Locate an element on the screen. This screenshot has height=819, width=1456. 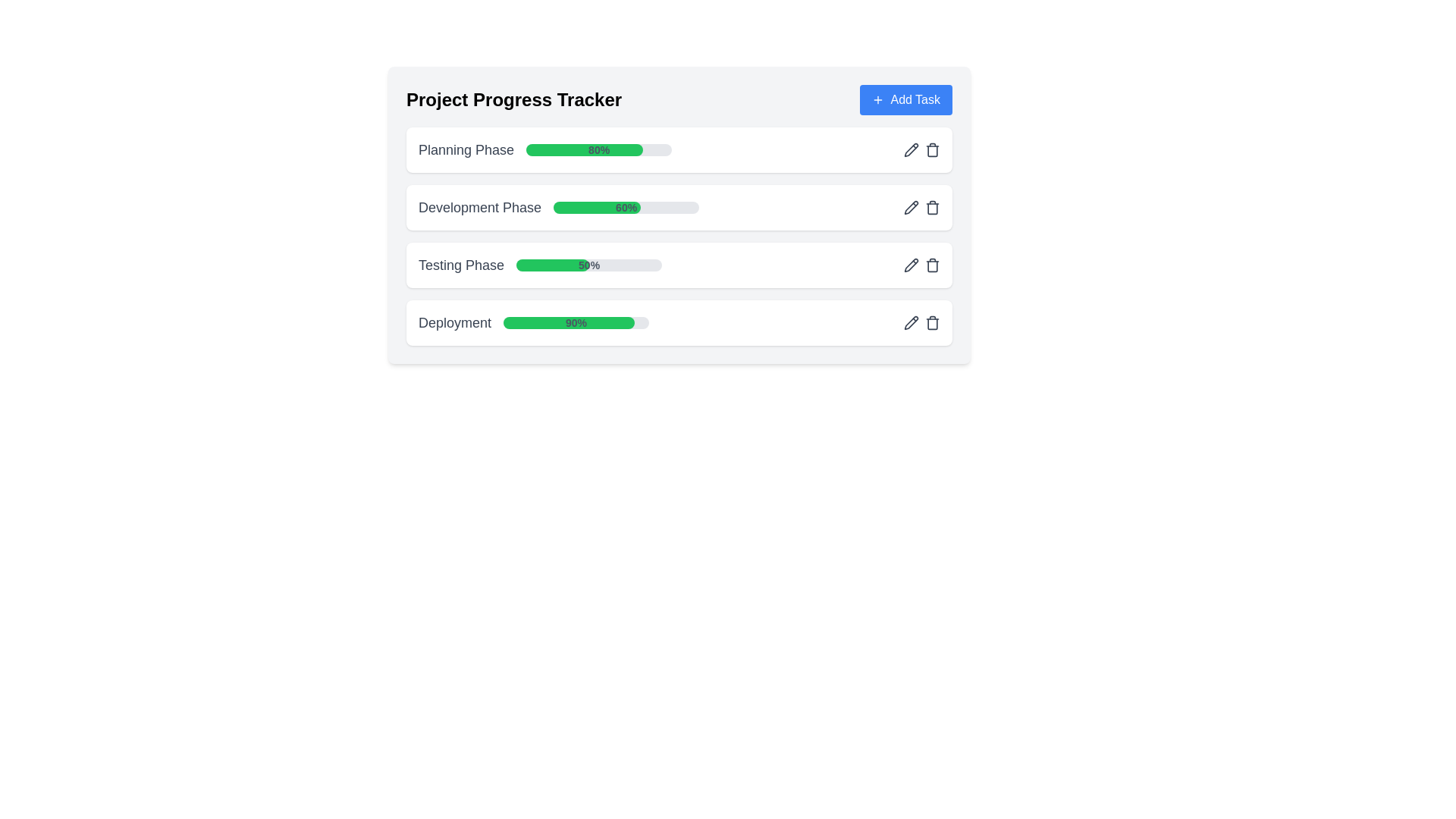
the trash icon button in the Deployment section is located at coordinates (931, 322).